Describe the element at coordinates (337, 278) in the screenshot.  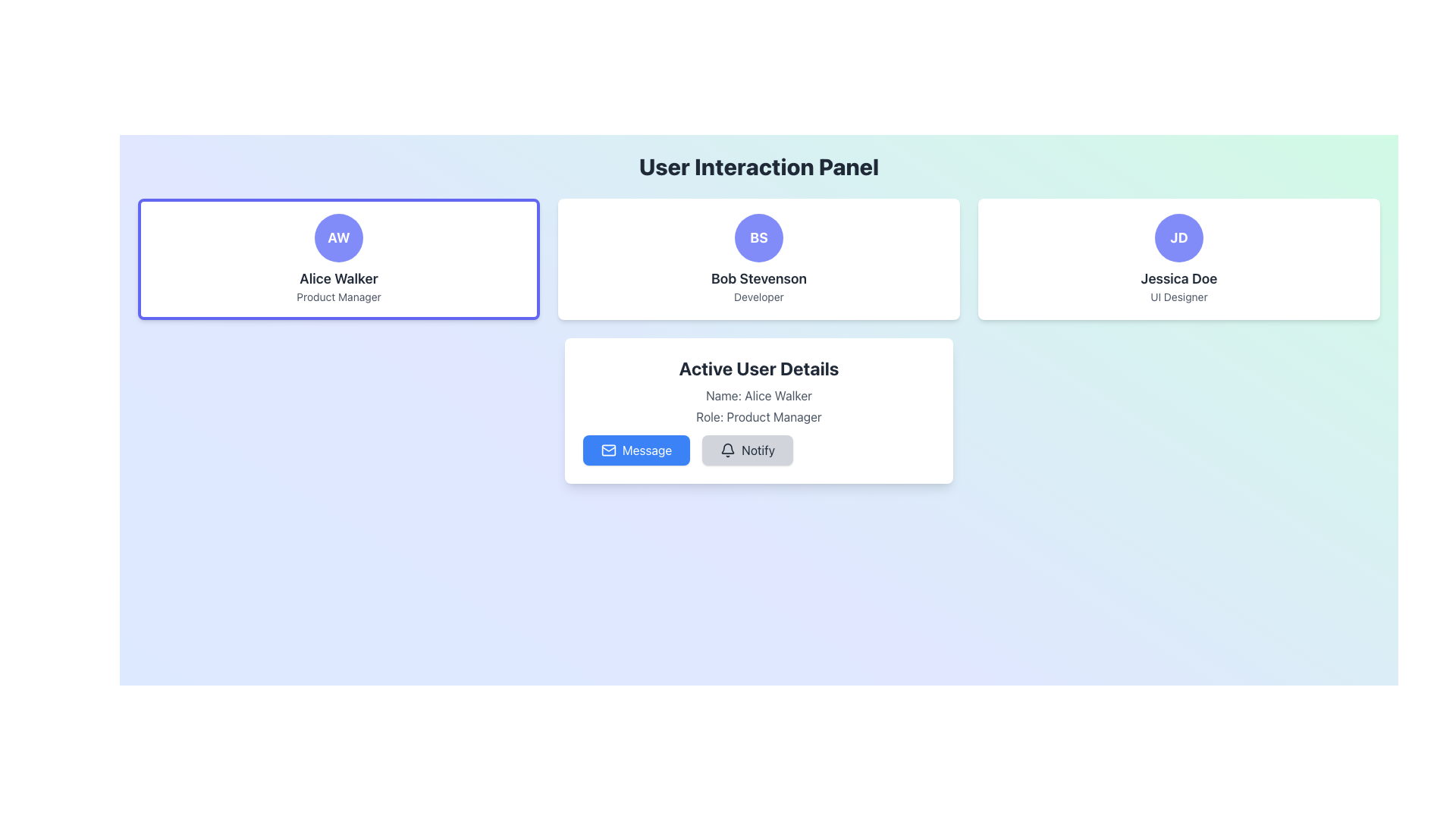
I see `the Text Label displaying the name 'Alice Walker', which is positioned below the circular profile icon with initials 'AW' and above the description text 'Product Manager'` at that location.